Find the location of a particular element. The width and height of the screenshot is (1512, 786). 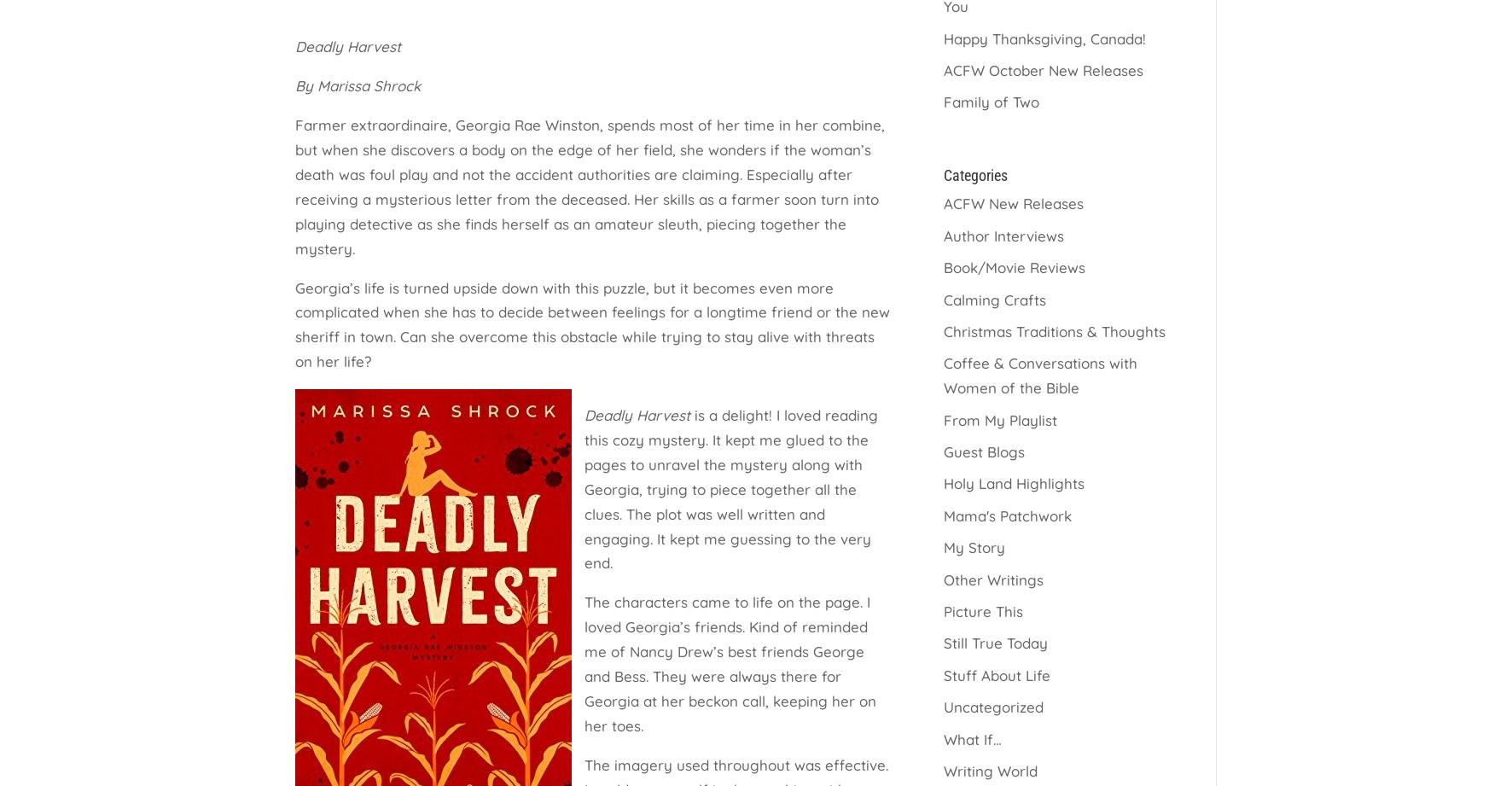

'By Marissa Shrock' is located at coordinates (358, 85).